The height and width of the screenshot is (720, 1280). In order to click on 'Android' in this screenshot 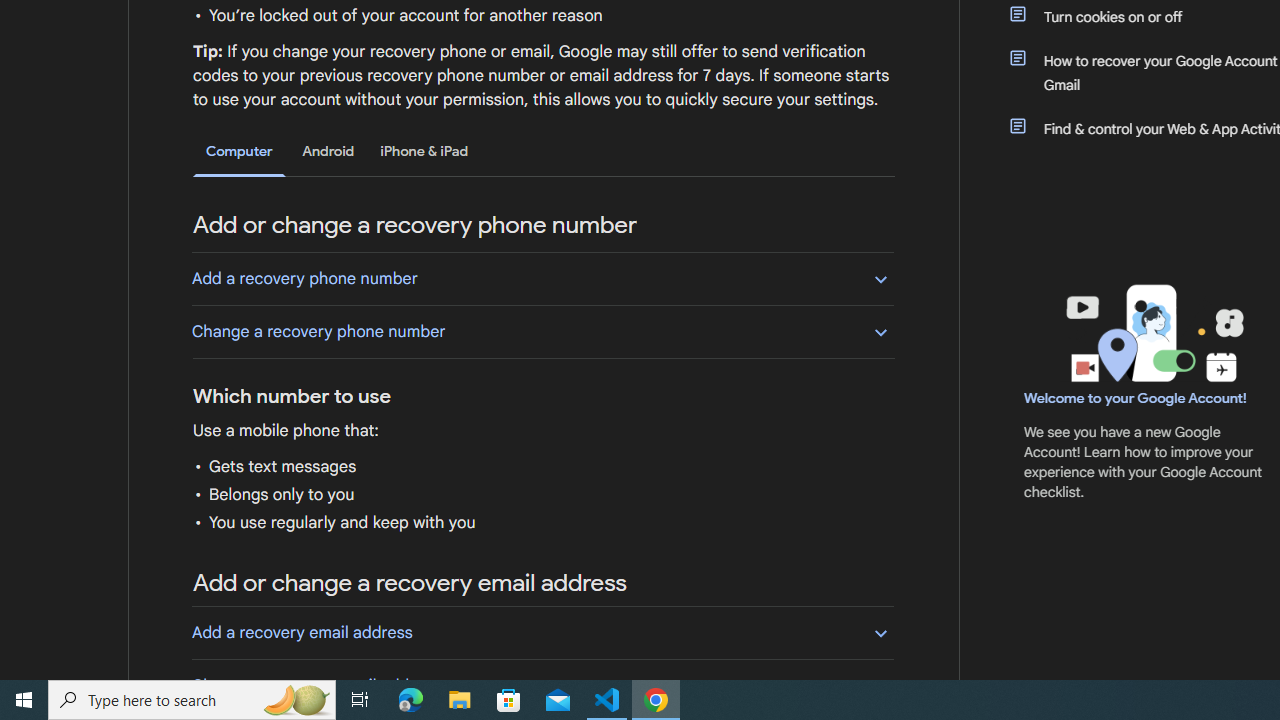, I will do `click(328, 150)`.